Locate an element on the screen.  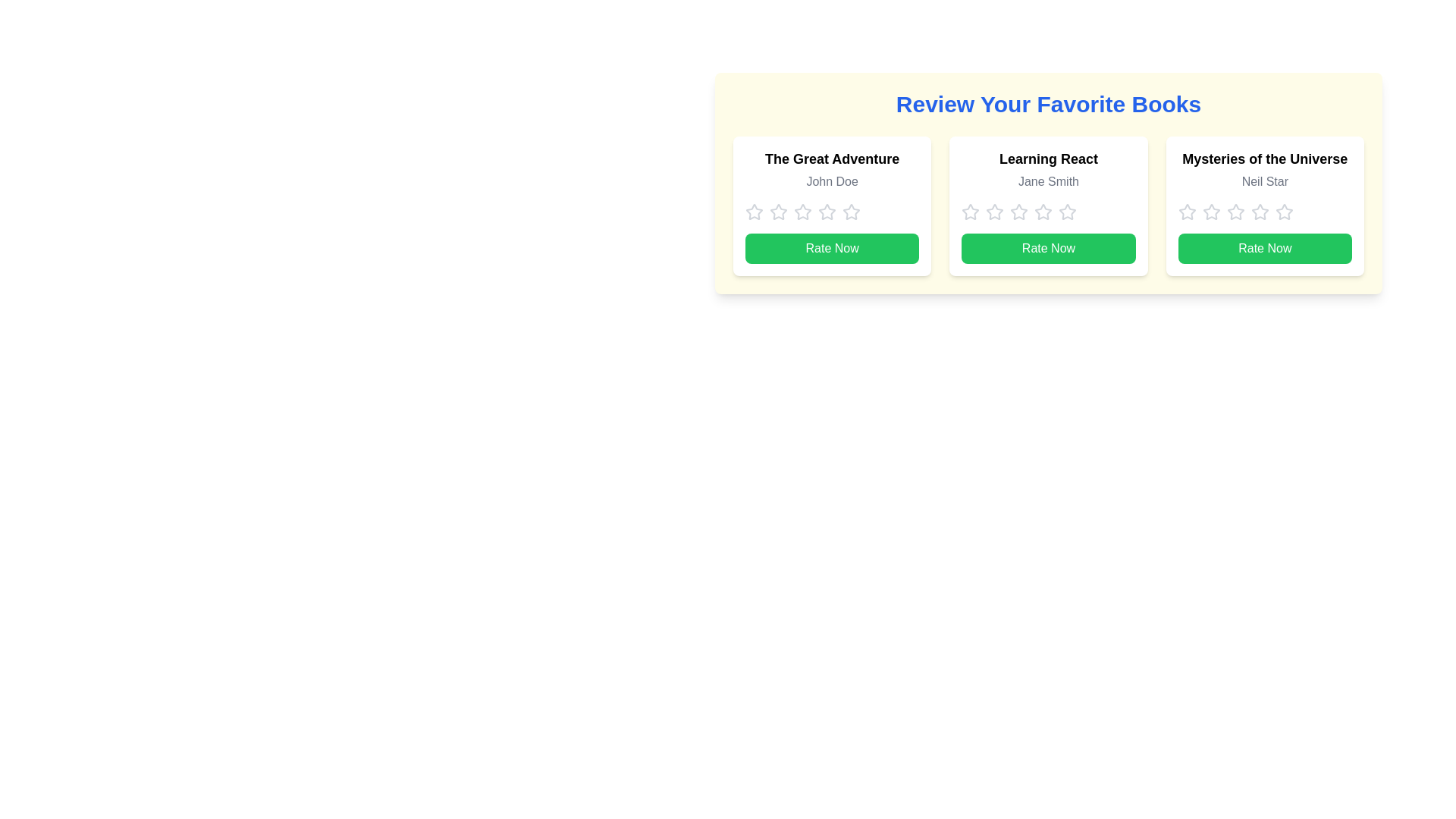
the center star of the rating bar, which is part of a group of five star icons arranged horizontally below the texts 'Learning React' and 'Jane Smith', for bulk actions is located at coordinates (1047, 212).